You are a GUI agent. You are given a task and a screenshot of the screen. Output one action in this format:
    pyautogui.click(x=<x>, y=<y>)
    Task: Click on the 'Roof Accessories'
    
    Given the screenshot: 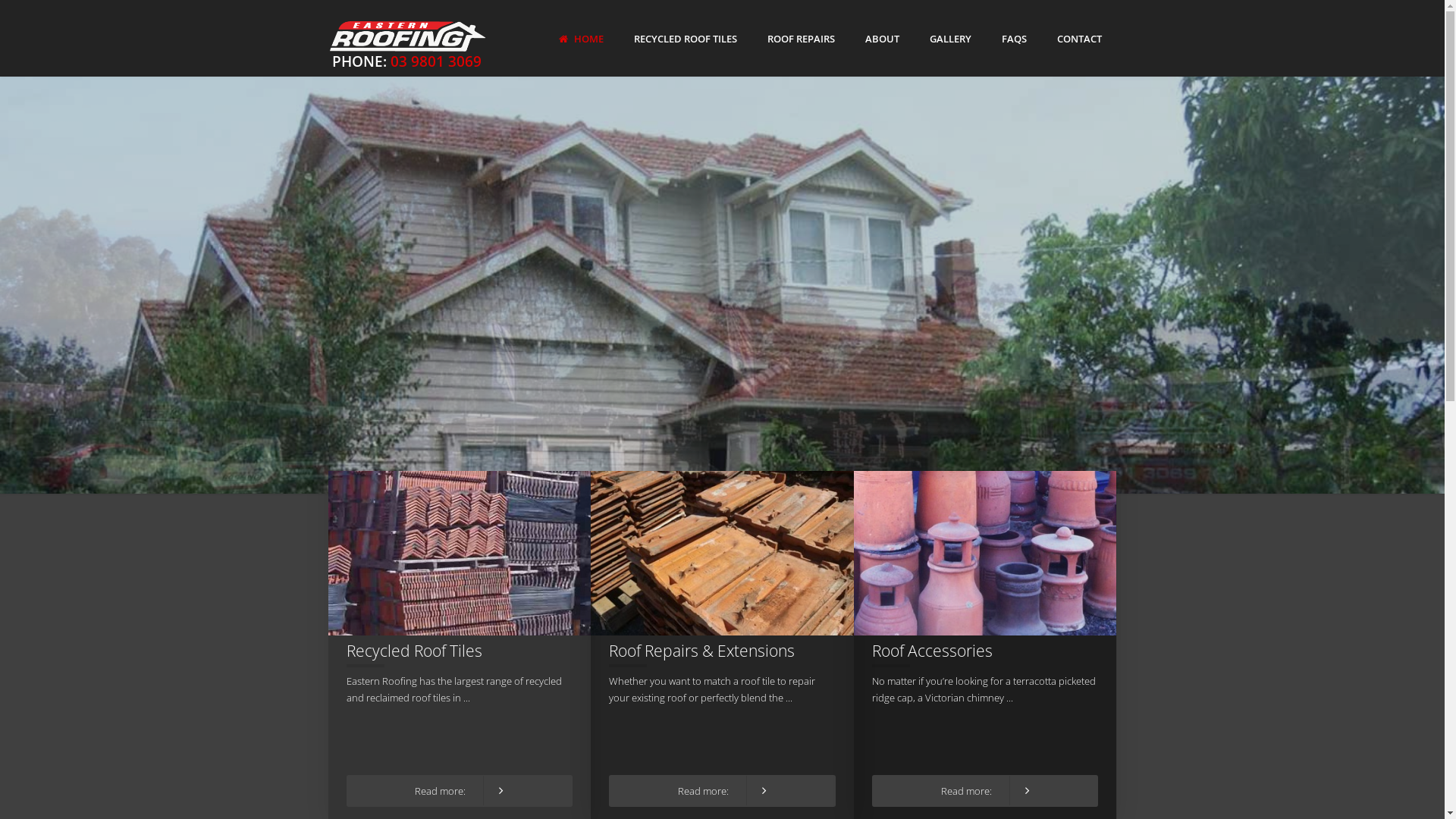 What is the action you would take?
    pyautogui.click(x=931, y=649)
    